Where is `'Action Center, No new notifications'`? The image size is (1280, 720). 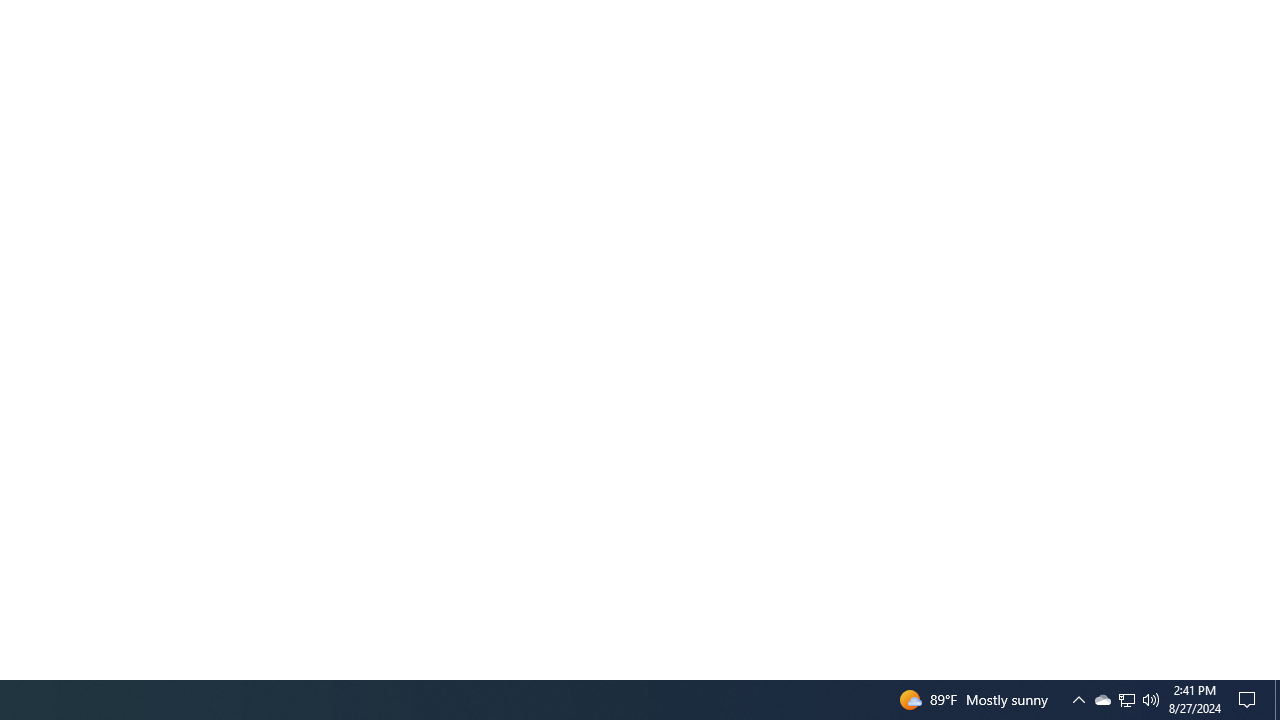
'Action Center, No new notifications' is located at coordinates (1250, 698).